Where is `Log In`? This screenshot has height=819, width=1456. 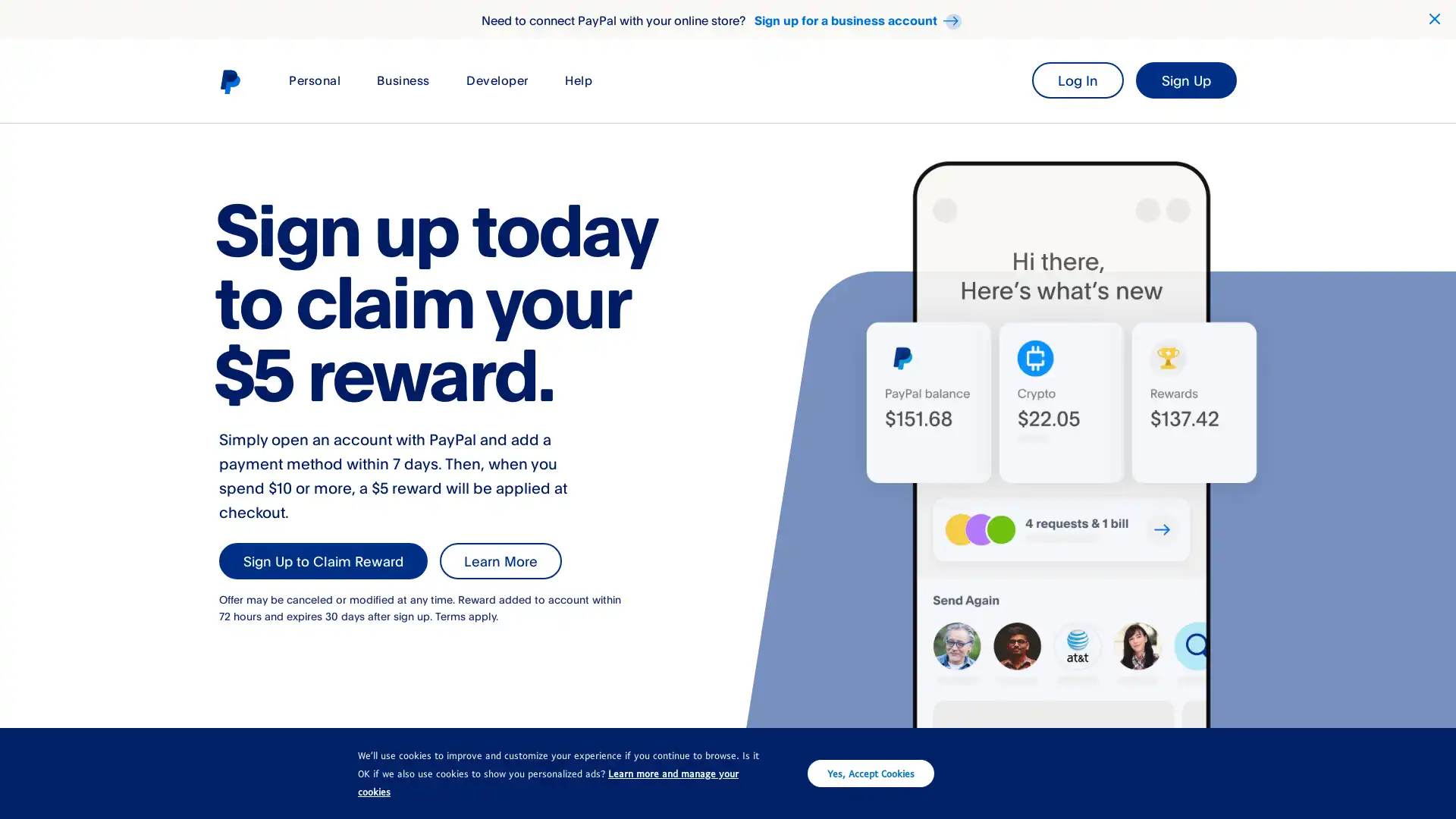 Log In is located at coordinates (1077, 80).